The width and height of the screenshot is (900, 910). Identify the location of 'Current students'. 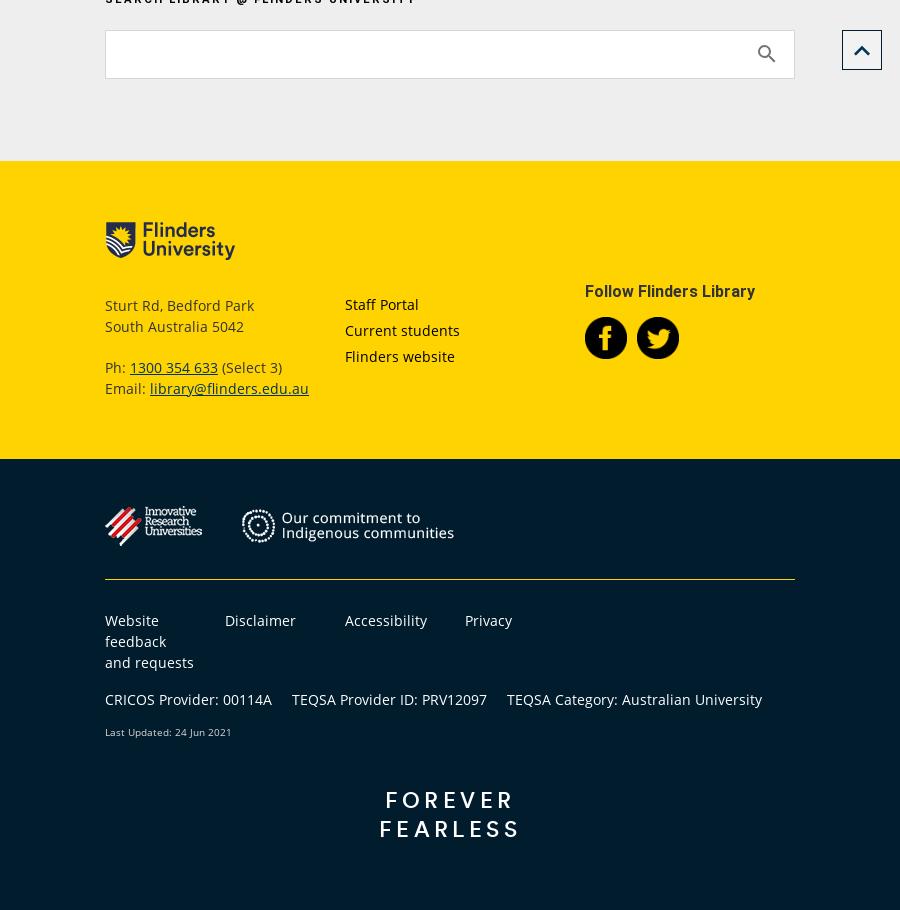
(402, 329).